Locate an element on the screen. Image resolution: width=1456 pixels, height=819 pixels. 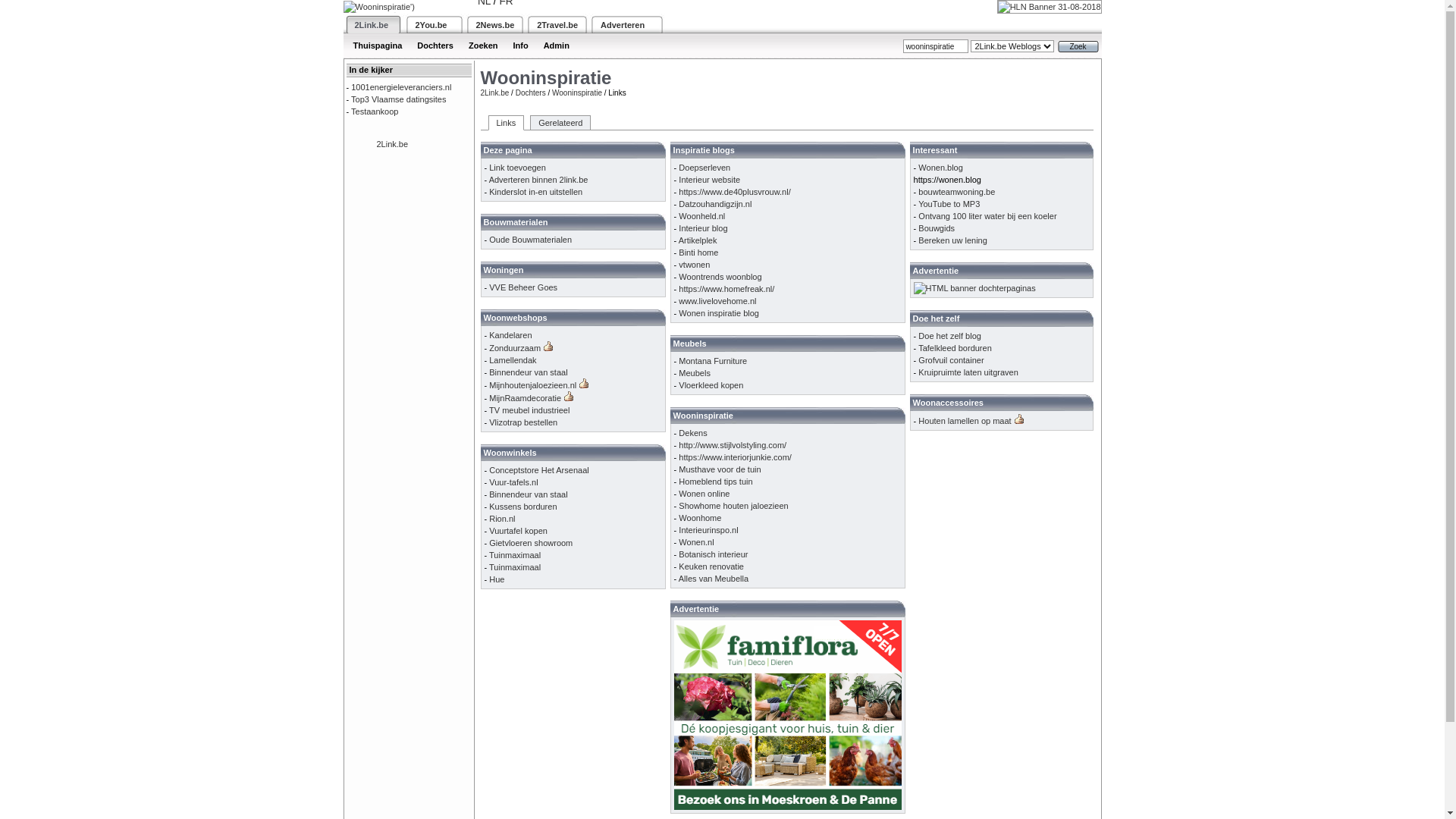
'Wonen online' is located at coordinates (703, 494).